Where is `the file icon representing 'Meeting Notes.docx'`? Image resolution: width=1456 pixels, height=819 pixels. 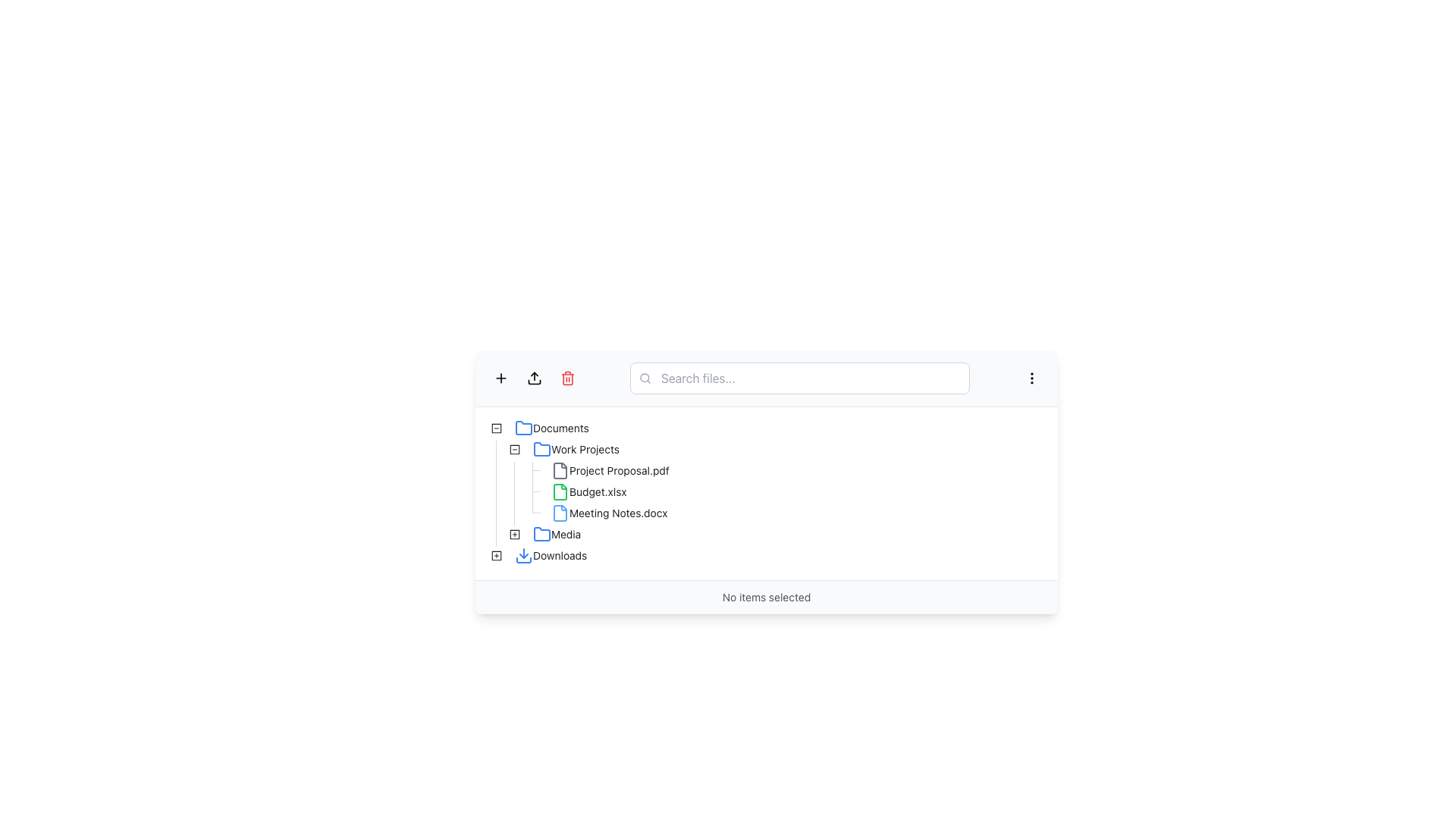 the file icon representing 'Meeting Notes.docx' is located at coordinates (560, 513).